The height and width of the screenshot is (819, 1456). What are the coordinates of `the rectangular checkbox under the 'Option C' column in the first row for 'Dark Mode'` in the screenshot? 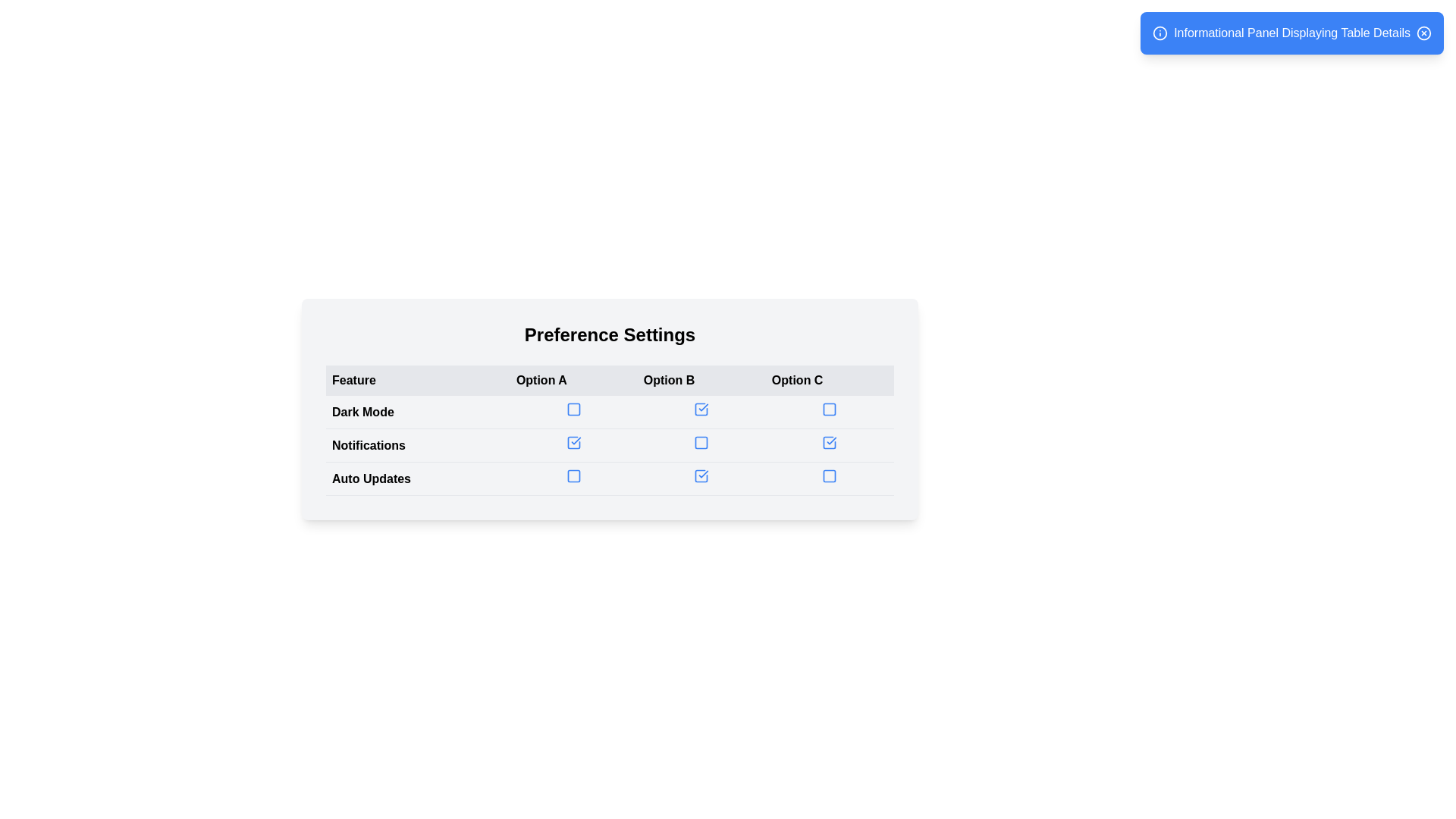 It's located at (829, 409).